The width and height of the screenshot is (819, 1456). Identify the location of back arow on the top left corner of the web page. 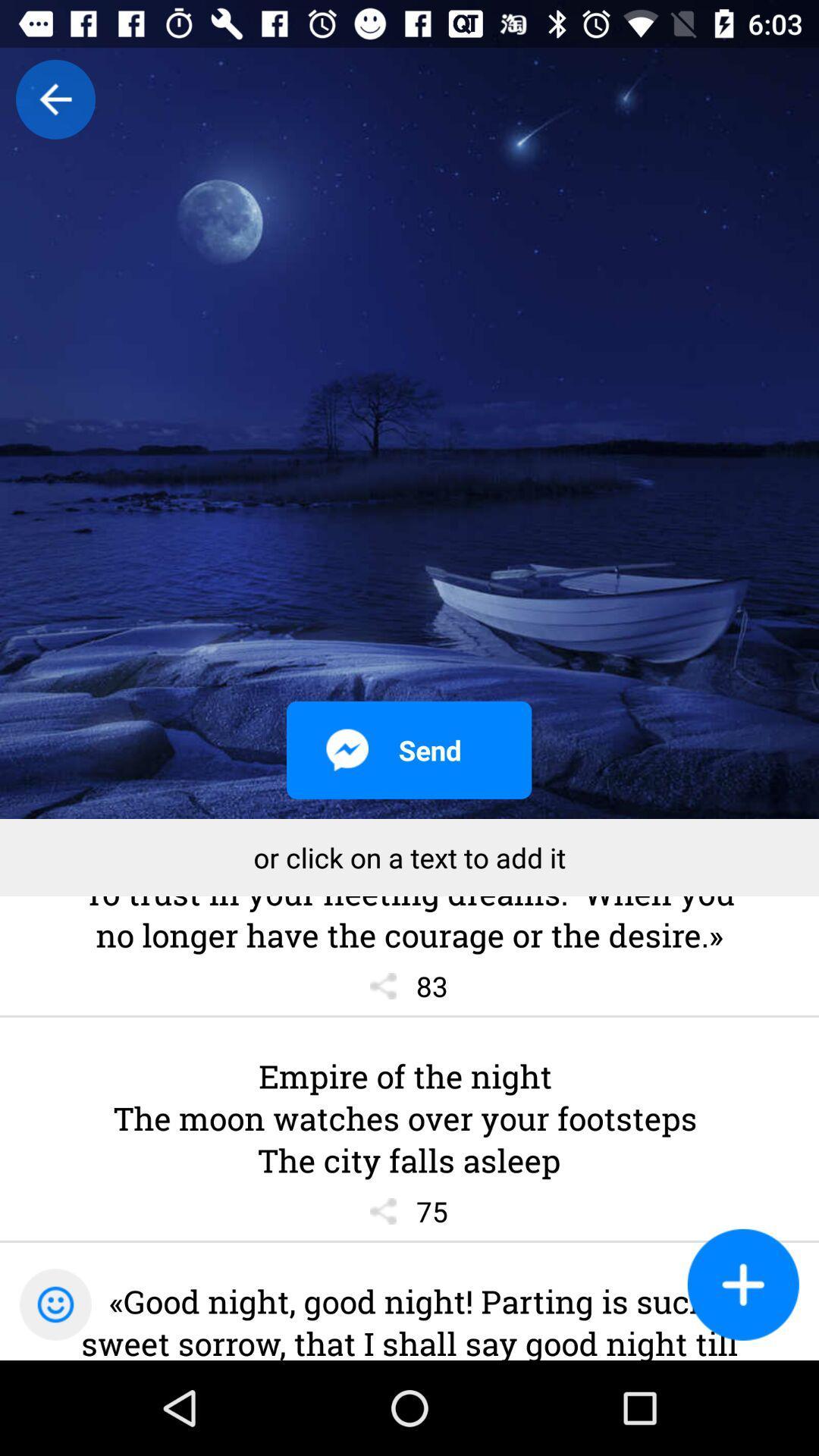
(55, 99).